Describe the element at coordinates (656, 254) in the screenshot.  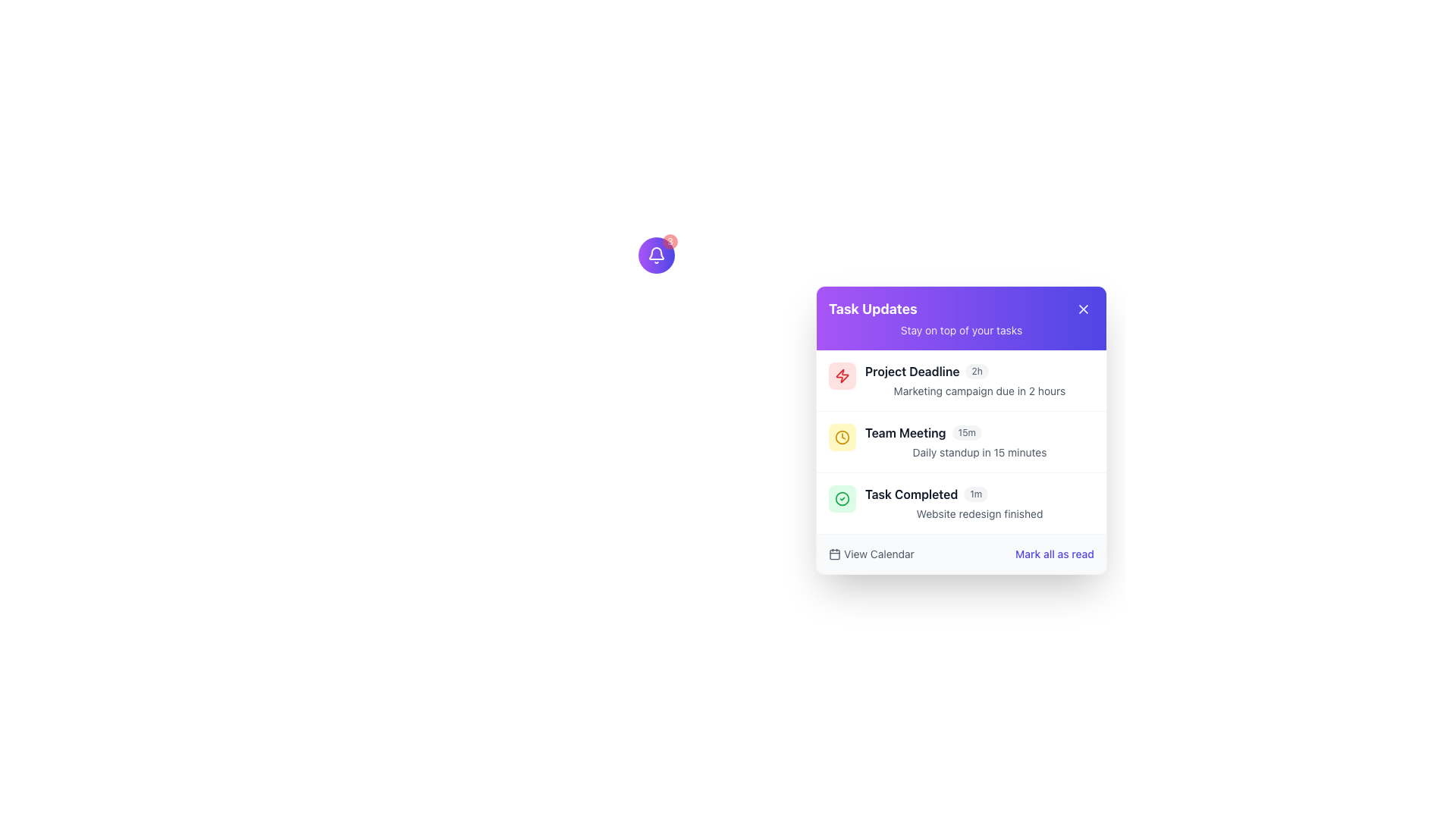
I see `the notification icon, which is a circular button with a purple gradient background and a red badge showing the number '3'` at that location.